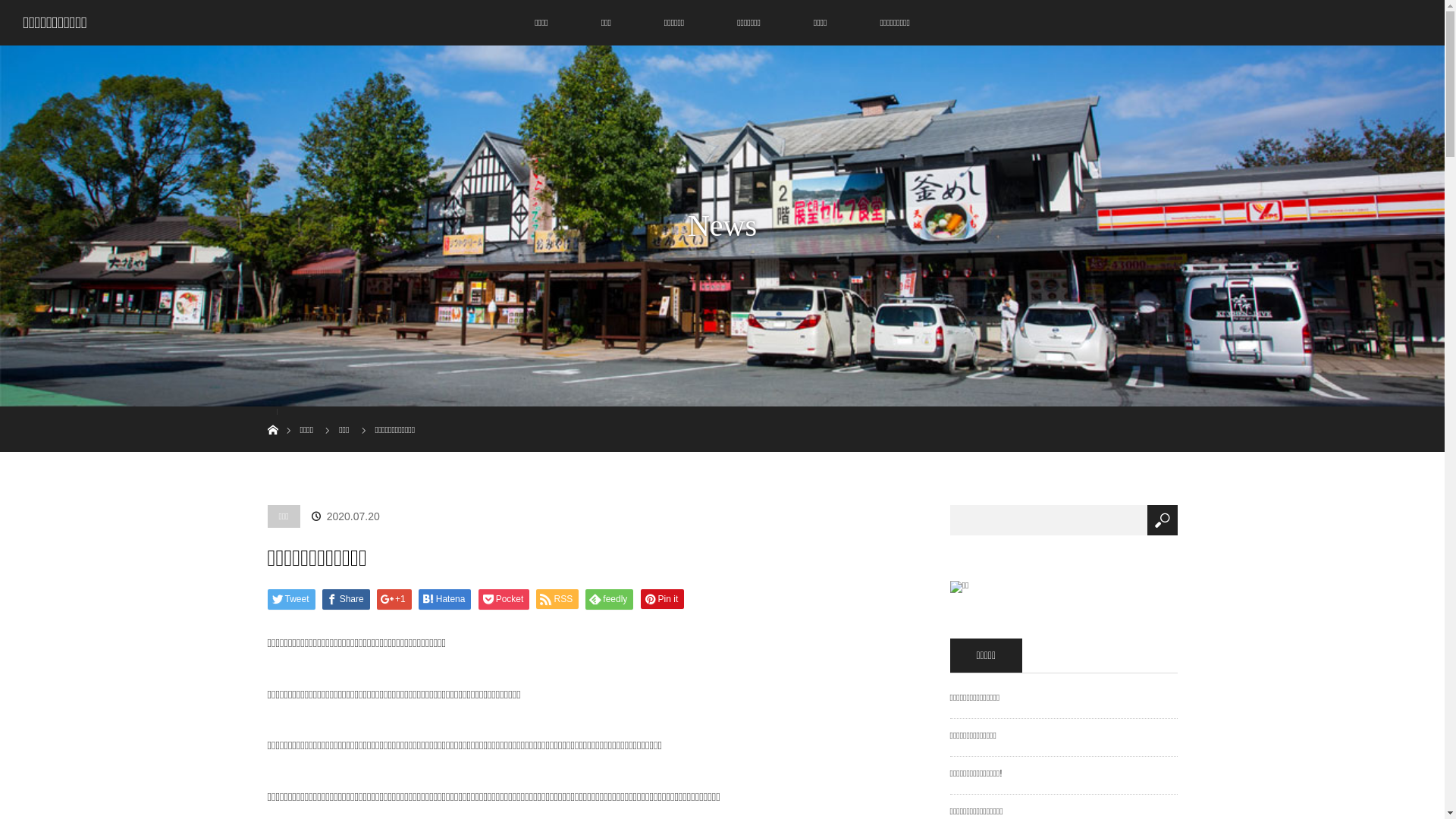 Image resolution: width=1456 pixels, height=819 pixels. I want to click on '+1', so click(394, 598).